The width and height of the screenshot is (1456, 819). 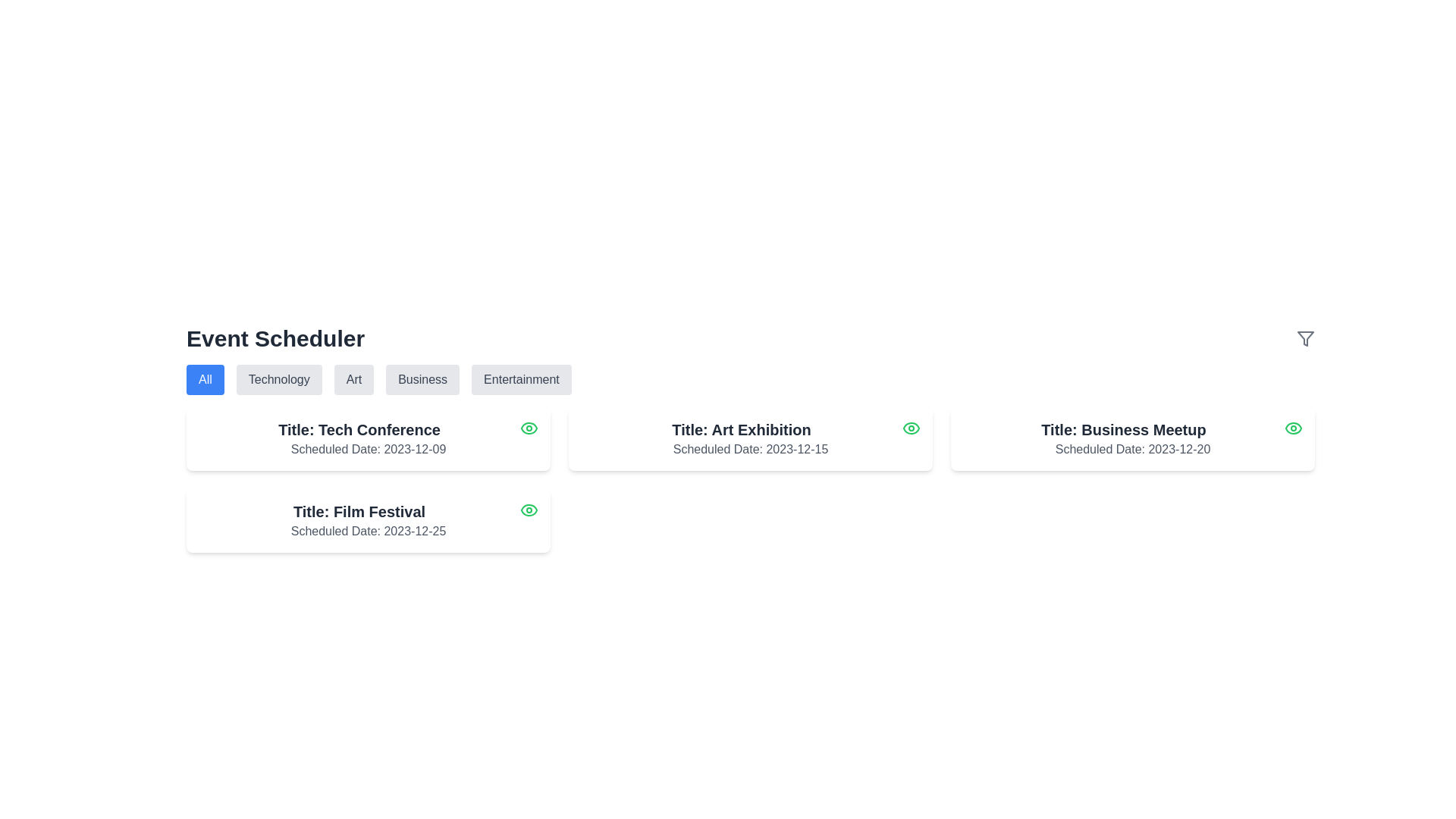 I want to click on the visibility action indicator icon located at the top-right corner of the 'Film Festival' card with the scheduled date '2023-12-25', so click(x=529, y=510).